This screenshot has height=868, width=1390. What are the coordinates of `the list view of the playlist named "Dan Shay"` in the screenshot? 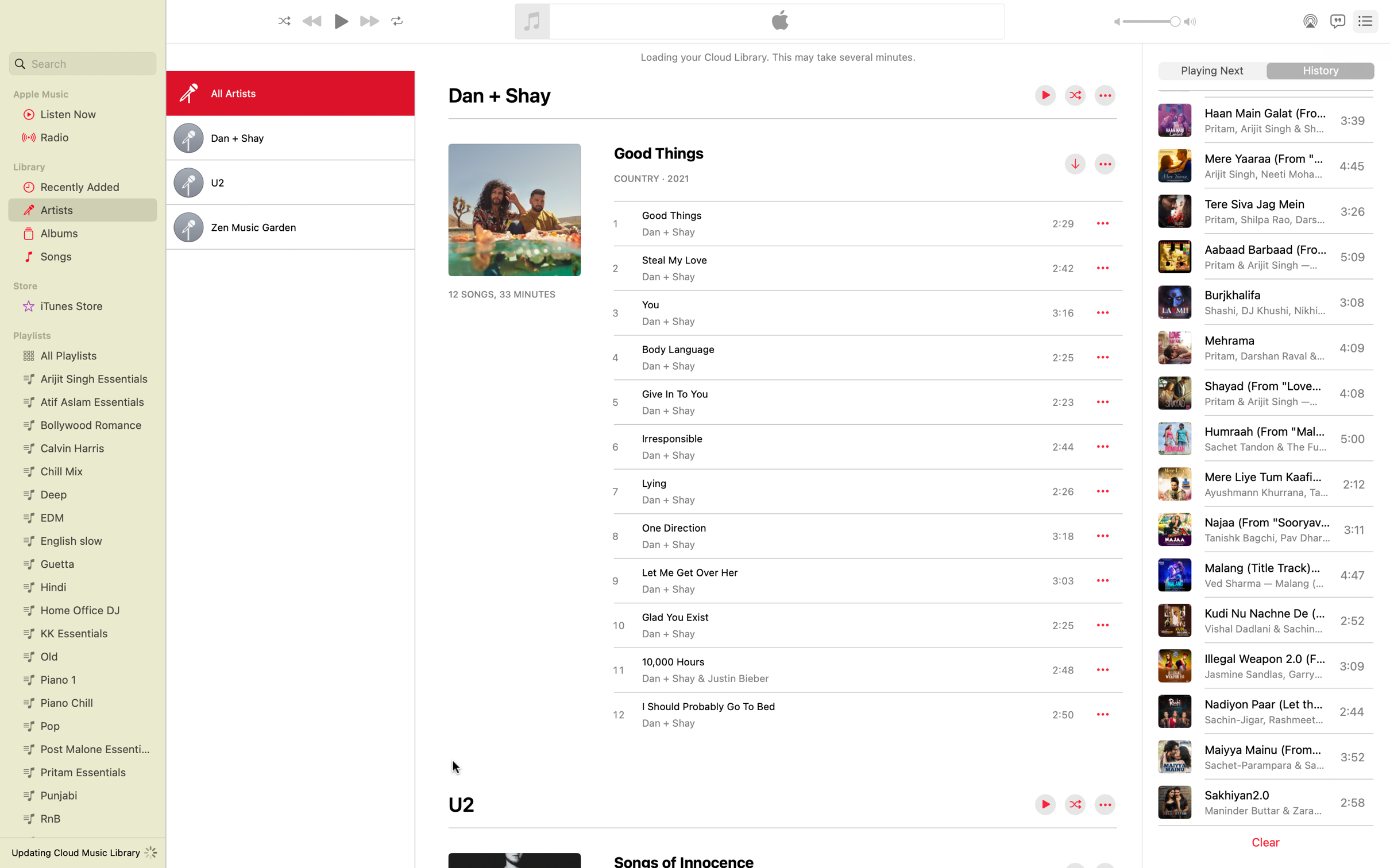 It's located at (289, 138).